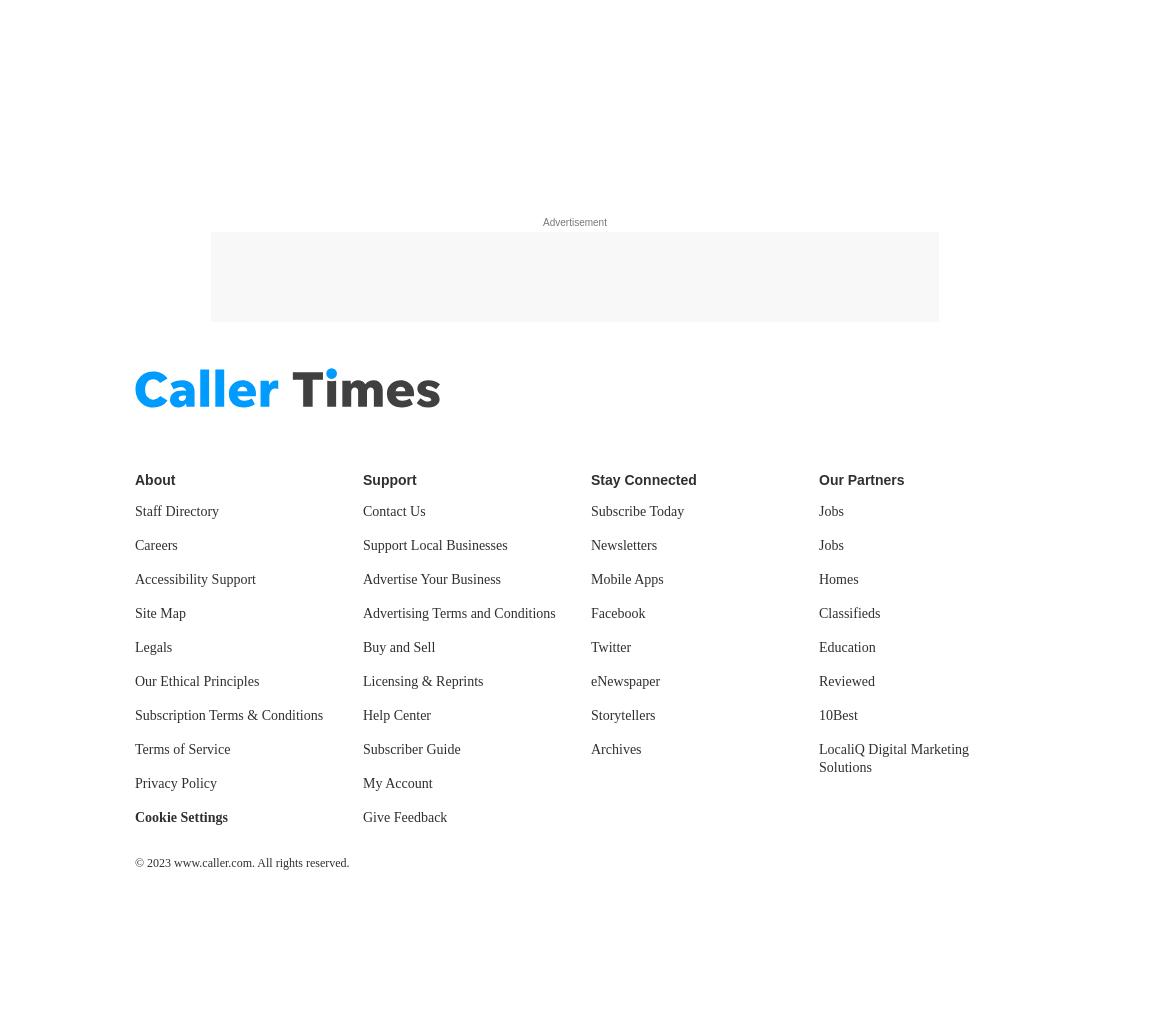 This screenshot has width=1150, height=1014. I want to click on 'Mobile Apps', so click(625, 578).